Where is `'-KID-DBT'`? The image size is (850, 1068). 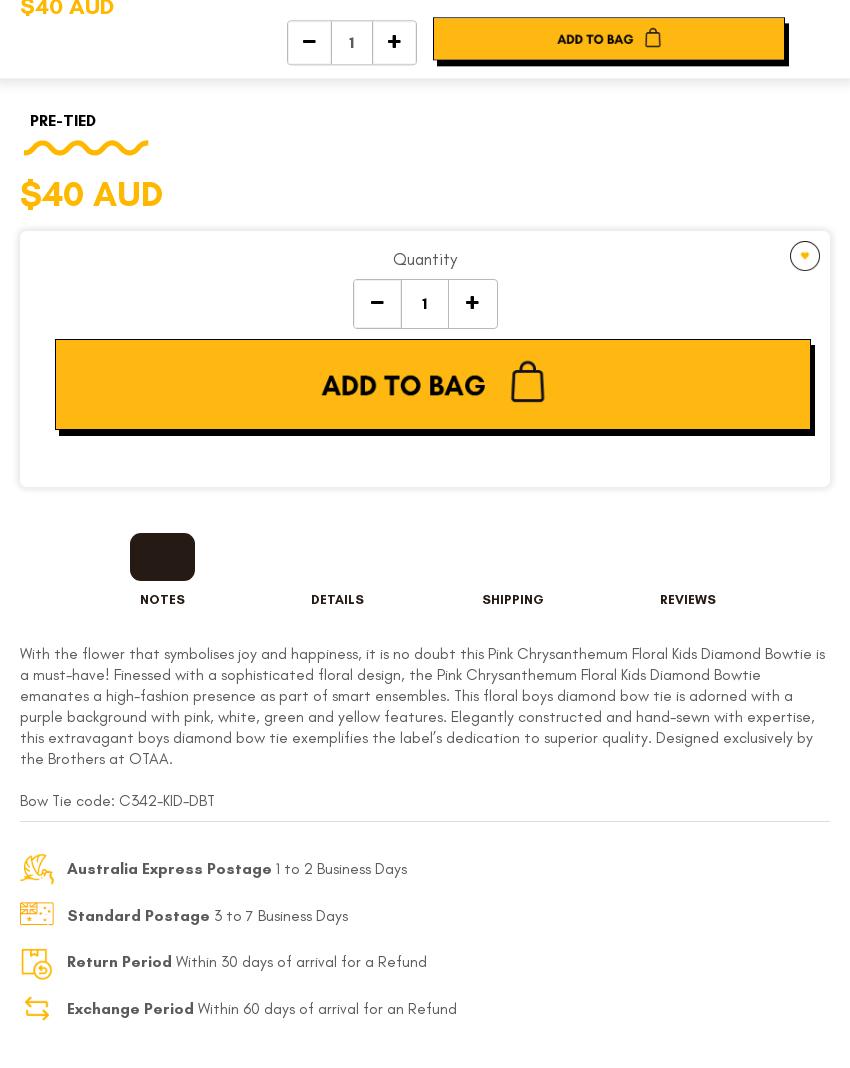
'-KID-DBT' is located at coordinates (156, 799).